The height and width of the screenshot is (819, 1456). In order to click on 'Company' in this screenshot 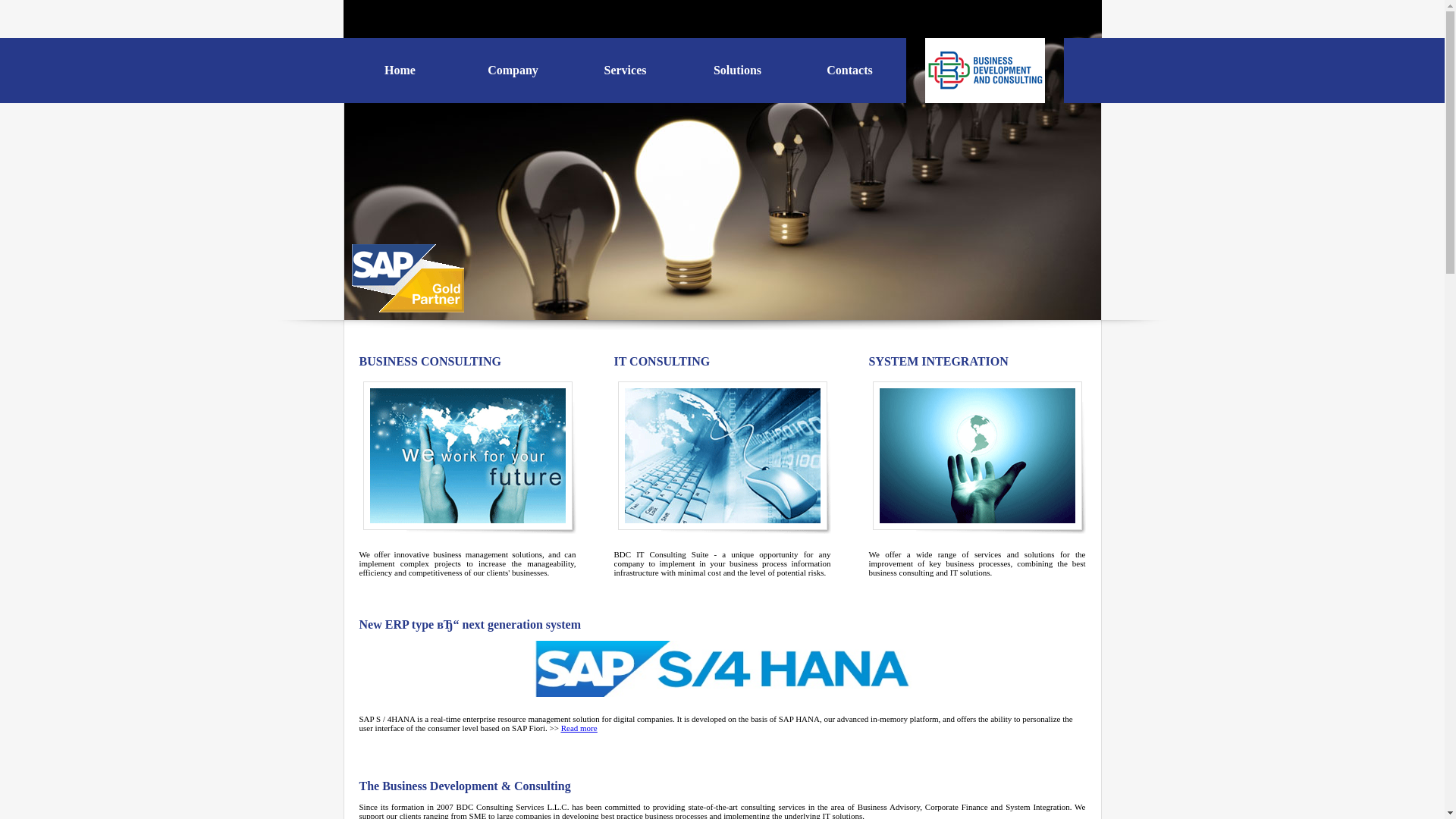, I will do `click(513, 70)`.